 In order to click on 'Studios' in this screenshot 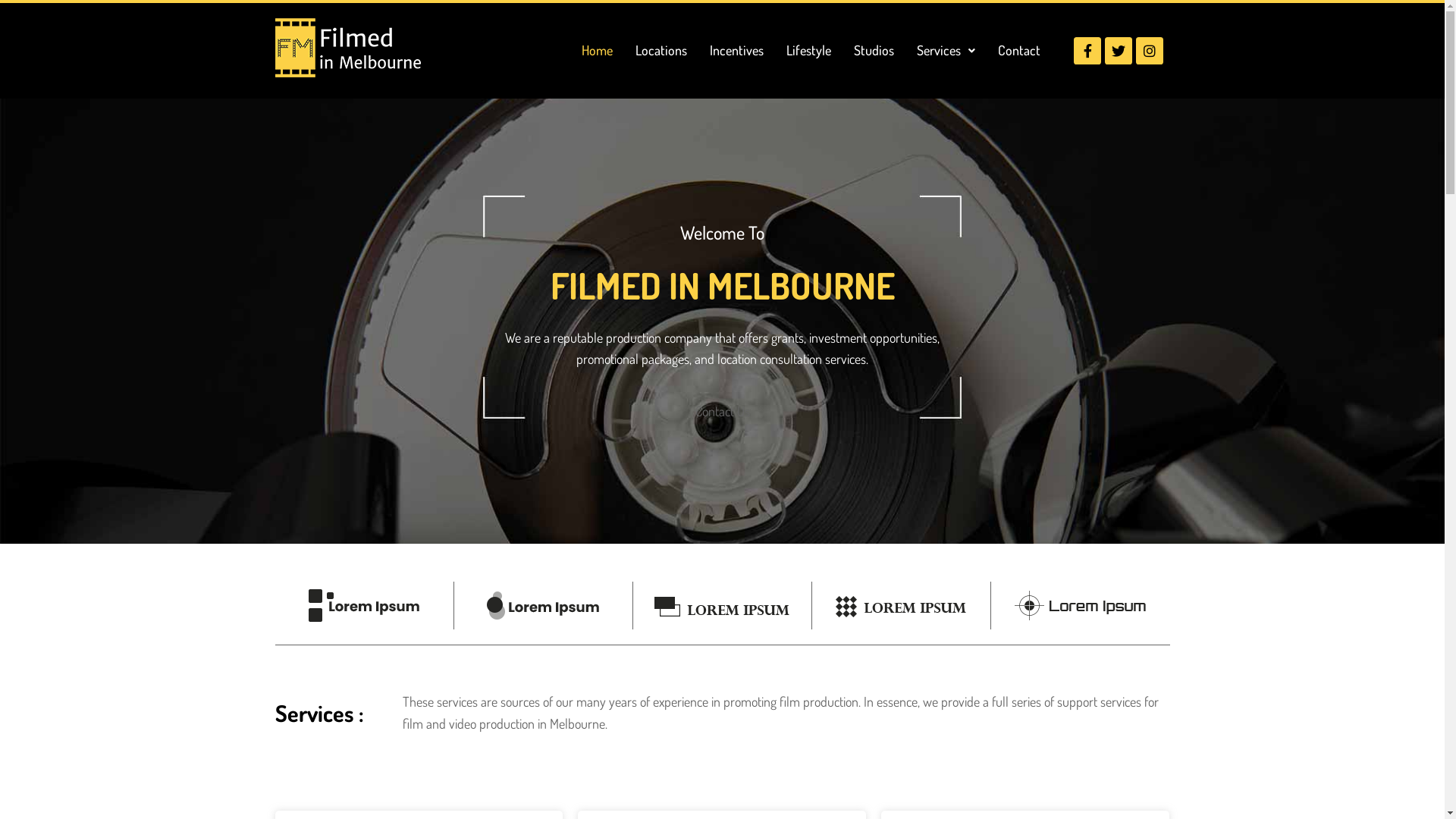, I will do `click(873, 49)`.